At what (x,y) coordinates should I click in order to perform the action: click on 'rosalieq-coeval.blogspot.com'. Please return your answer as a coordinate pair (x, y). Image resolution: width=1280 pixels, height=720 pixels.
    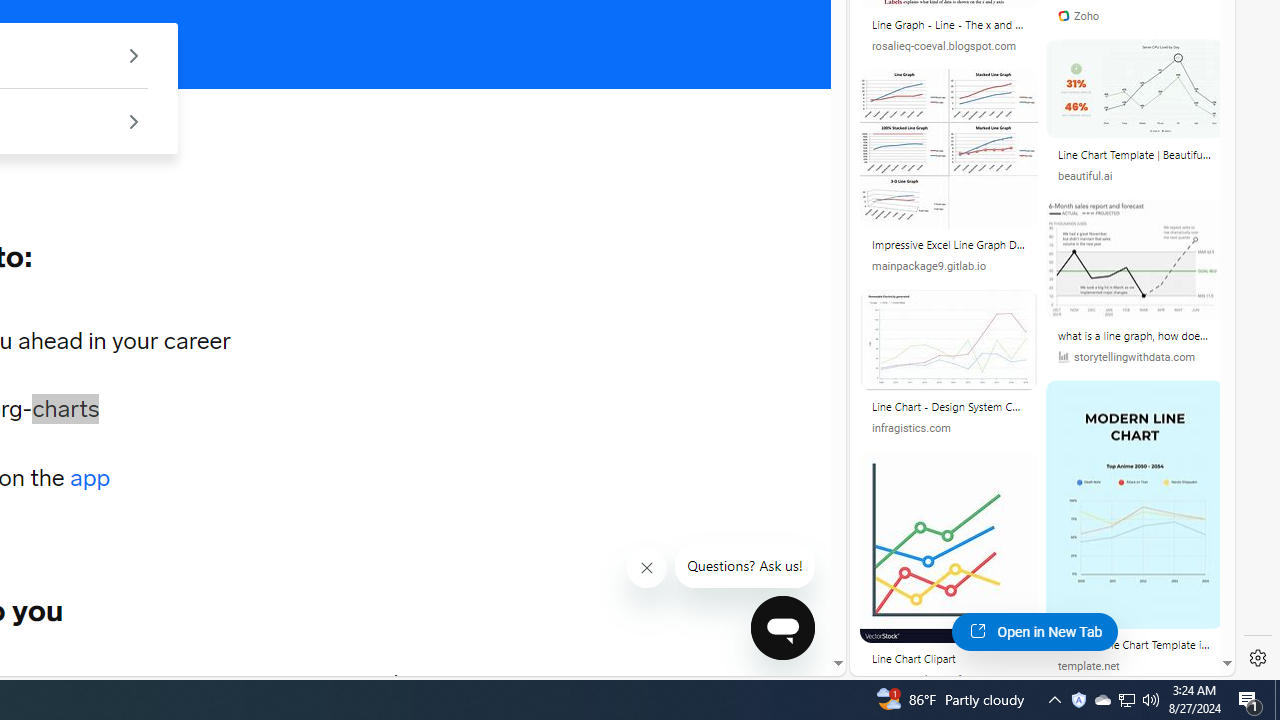
    Looking at the image, I should click on (948, 45).